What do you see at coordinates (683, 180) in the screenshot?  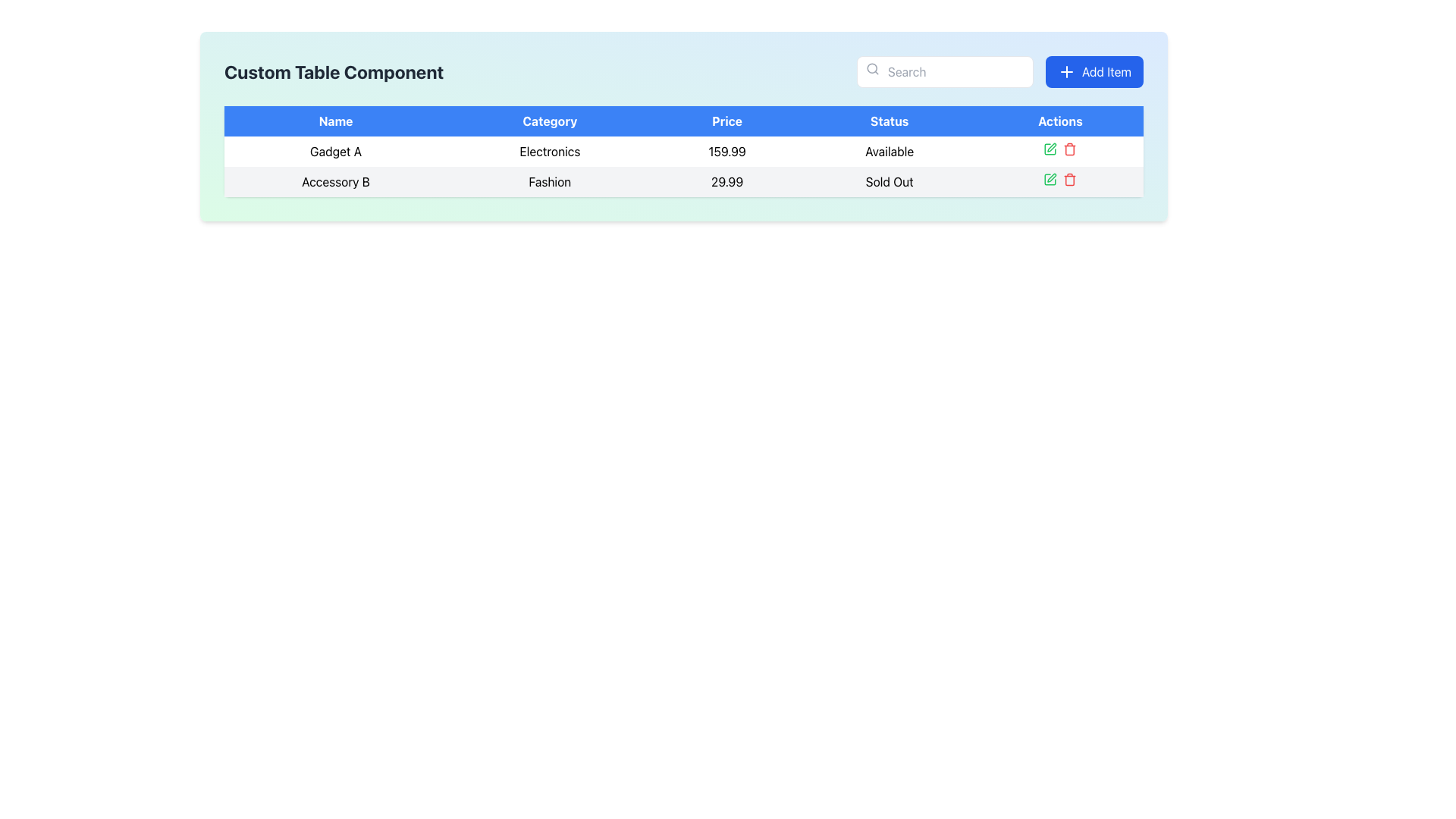 I see `the second row in the table, which contains the columns 'Accessory B', 'Fashion', '29.99', and 'Sold Out'` at bounding box center [683, 180].